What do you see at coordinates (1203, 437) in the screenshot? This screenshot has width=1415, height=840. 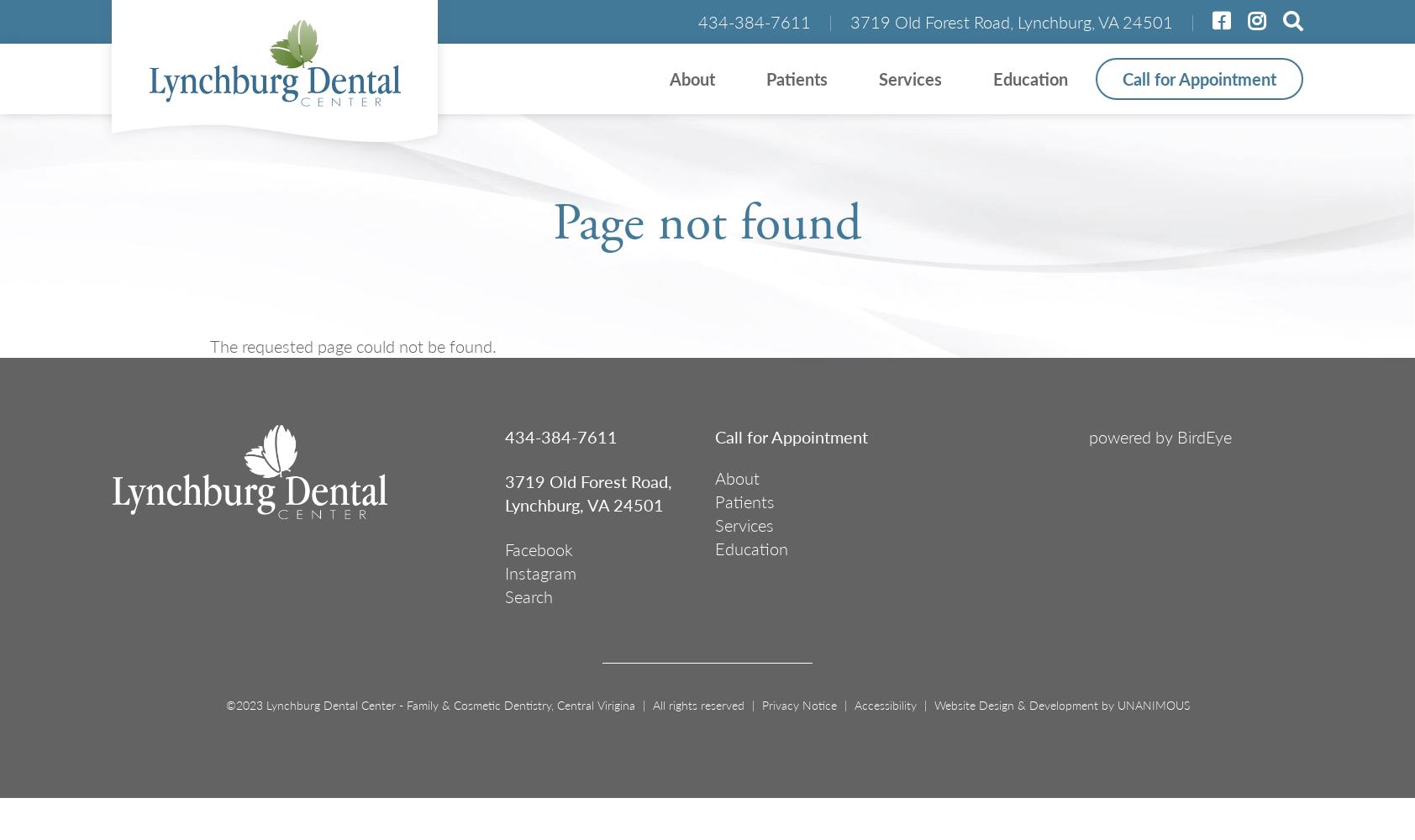 I see `'BirdEye'` at bounding box center [1203, 437].